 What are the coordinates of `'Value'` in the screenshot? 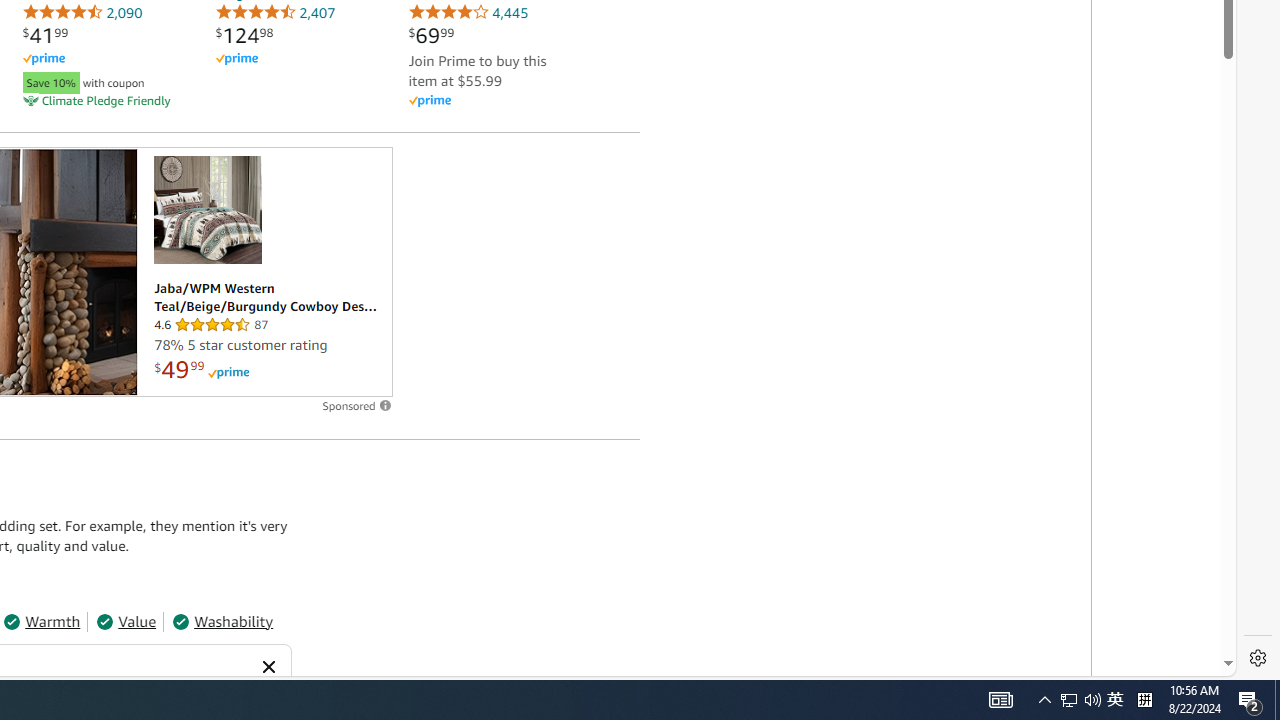 It's located at (125, 620).